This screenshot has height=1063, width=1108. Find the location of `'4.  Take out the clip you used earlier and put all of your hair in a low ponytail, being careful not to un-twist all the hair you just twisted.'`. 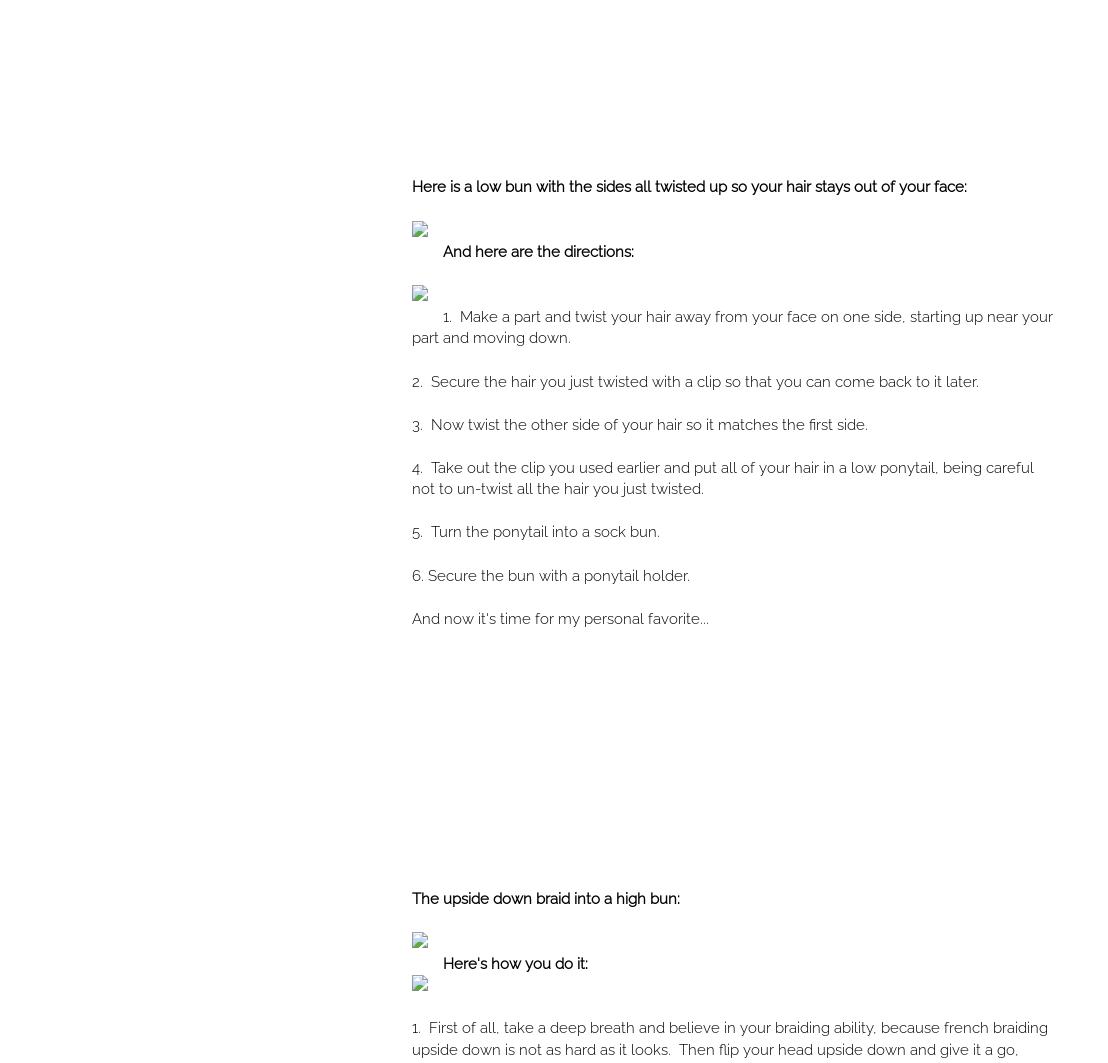

'4.  Take out the clip you used earlier and put all of your hair in a low ponytail, being careful not to un-twist all the hair you just twisted.' is located at coordinates (721, 478).